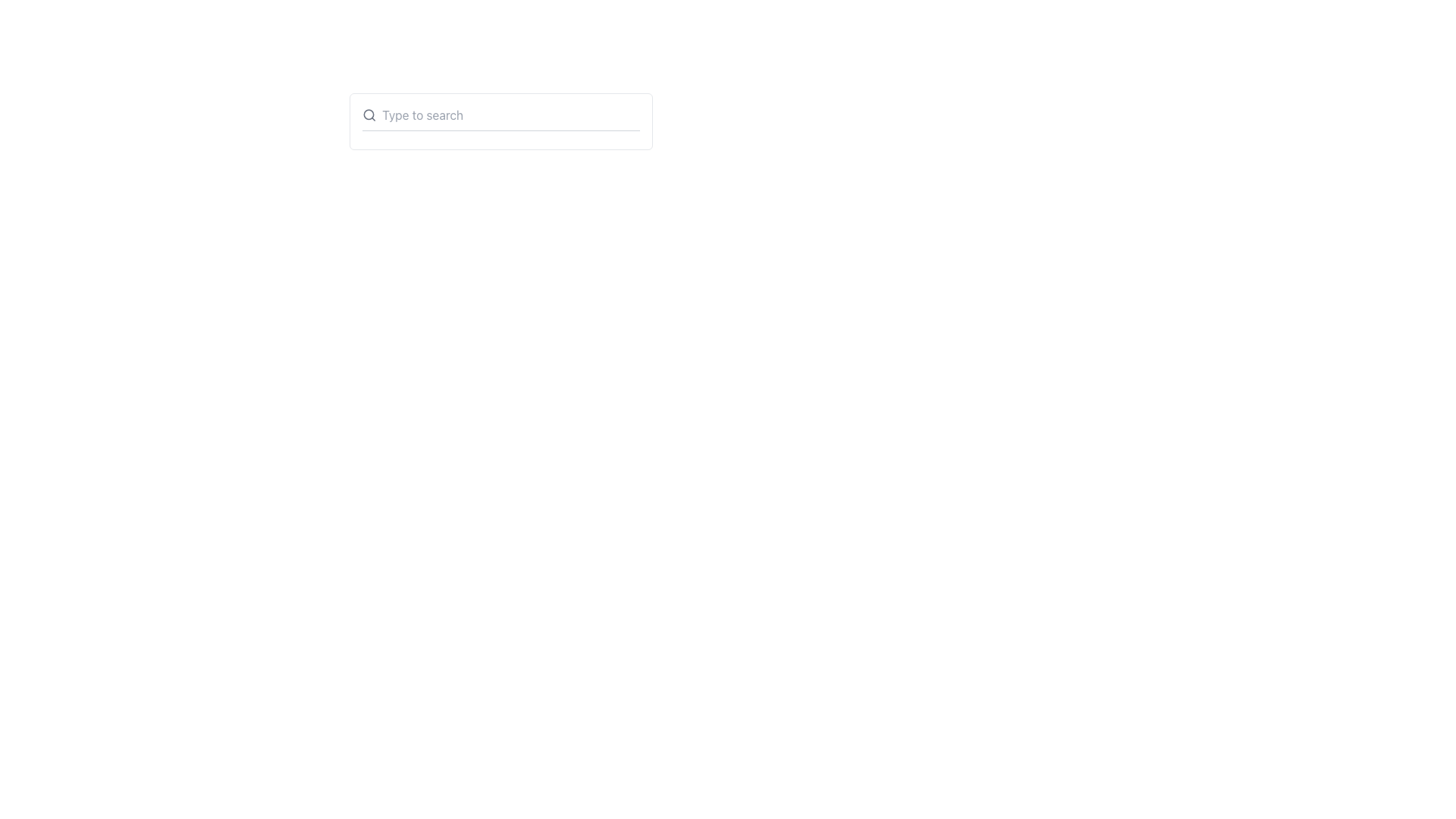 The image size is (1456, 819). I want to click on the search icon, which is a circular magnifying glass styled element with a gray stroke color, located to the left of the 'Type to search' text input field, so click(369, 114).